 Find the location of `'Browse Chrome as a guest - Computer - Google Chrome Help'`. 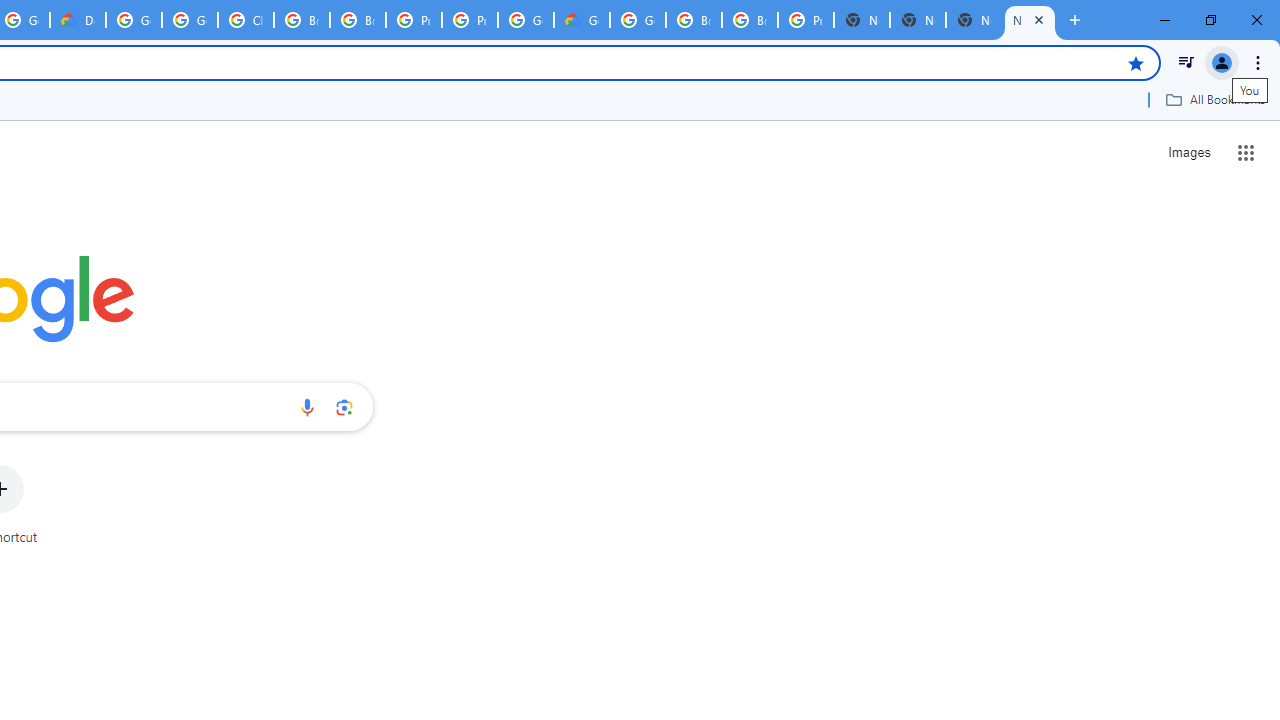

'Browse Chrome as a guest - Computer - Google Chrome Help' is located at coordinates (301, 20).